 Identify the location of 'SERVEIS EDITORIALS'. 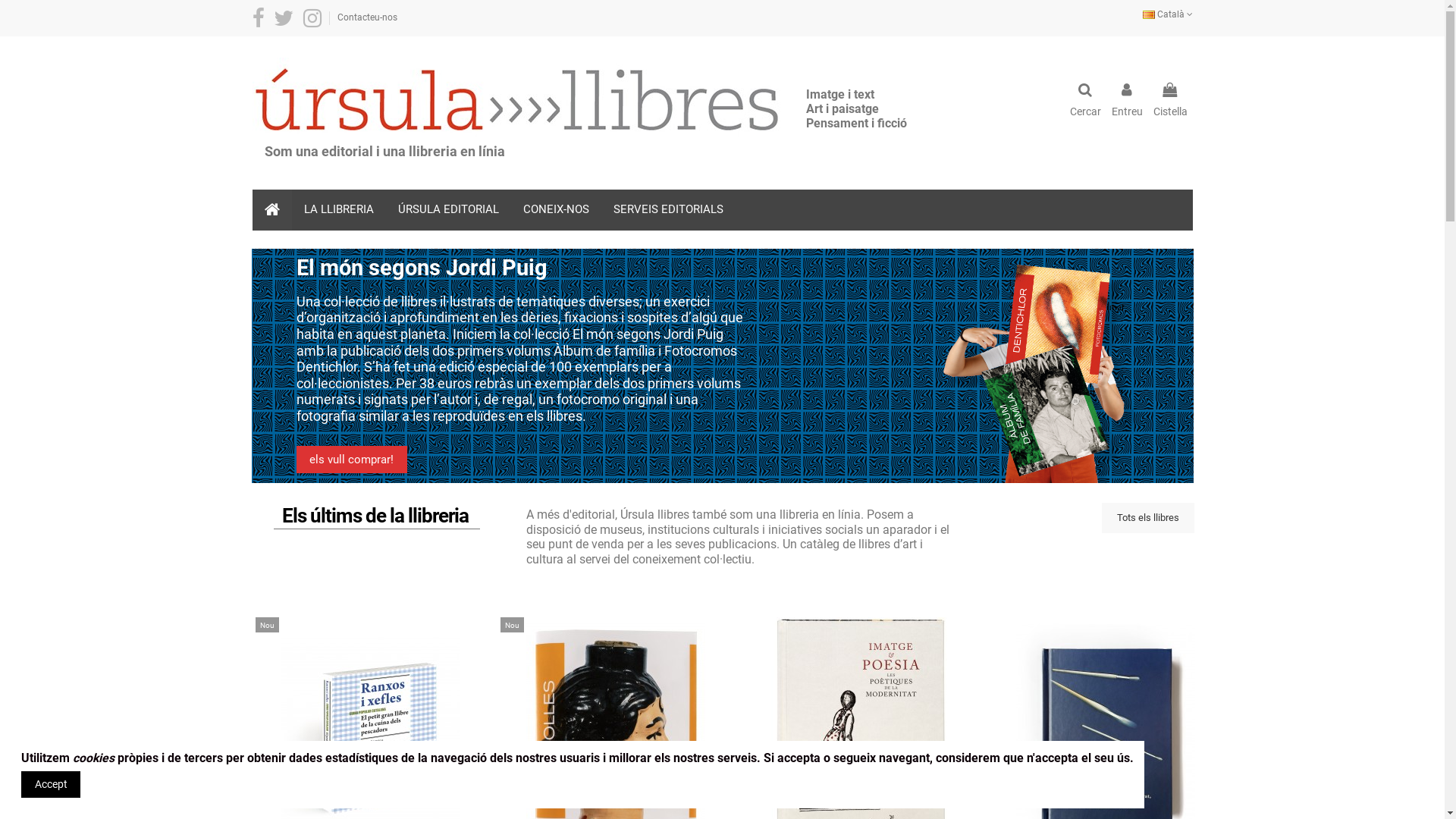
(667, 210).